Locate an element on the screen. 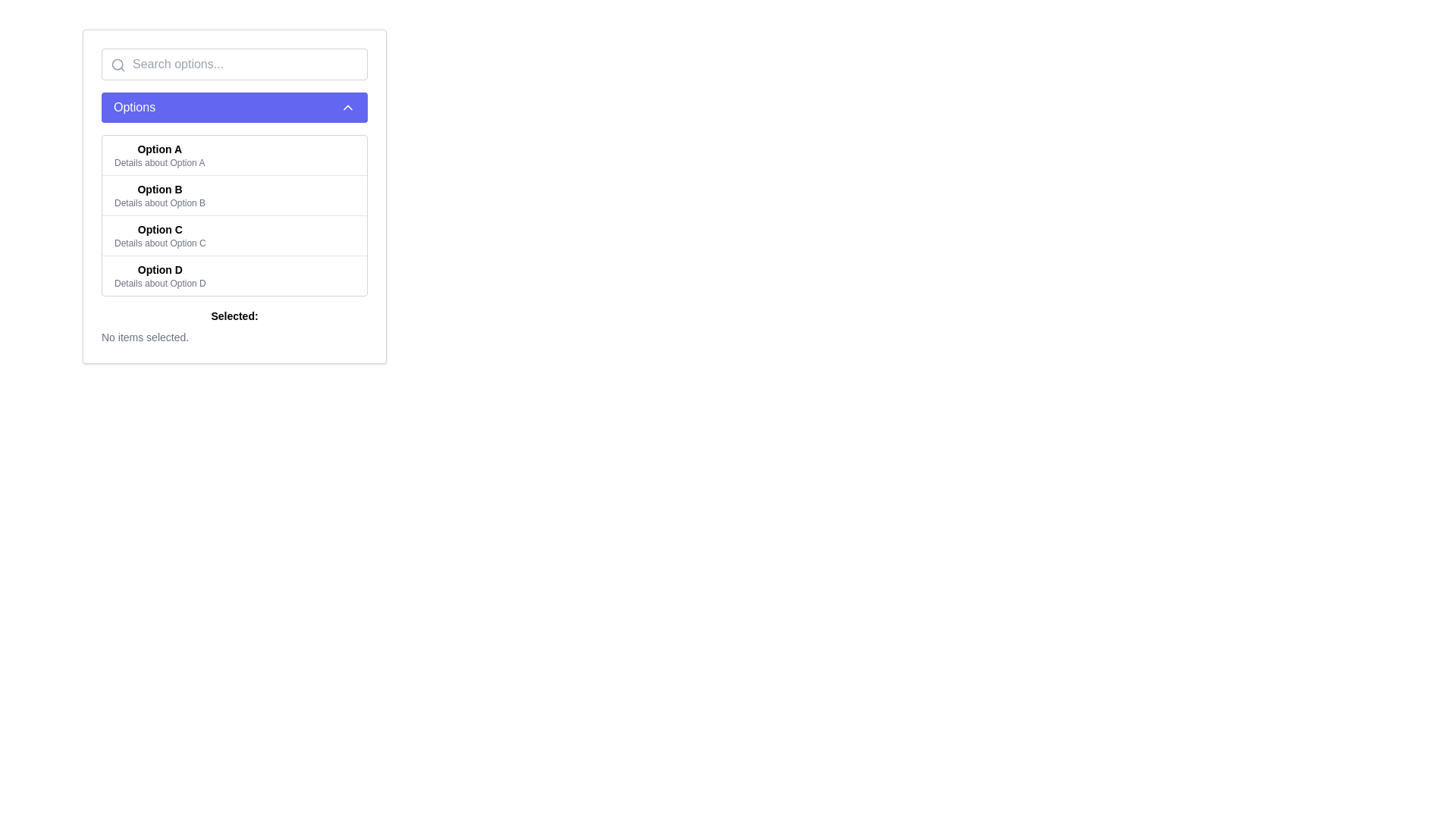 The height and width of the screenshot is (819, 1456). to select the list item labeled 'Option C', which is the third item in the vertical list, positioned between 'Option B' and 'Option D' is located at coordinates (160, 236).